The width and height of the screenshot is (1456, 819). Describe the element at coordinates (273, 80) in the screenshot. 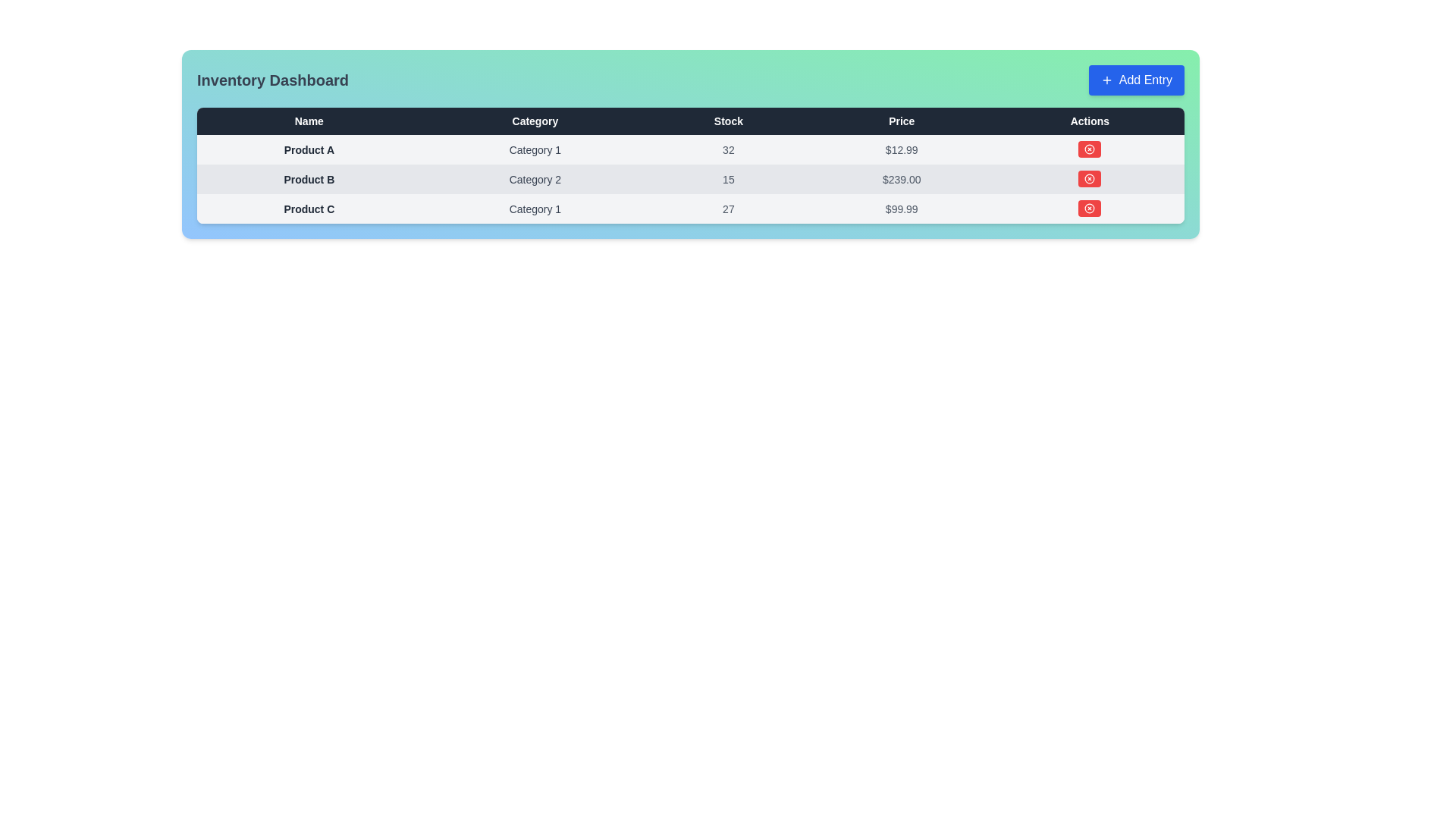

I see `the Static Text element that serves as a title or heading for the interface, located at the top-left corner before the 'Add Entry' button` at that location.